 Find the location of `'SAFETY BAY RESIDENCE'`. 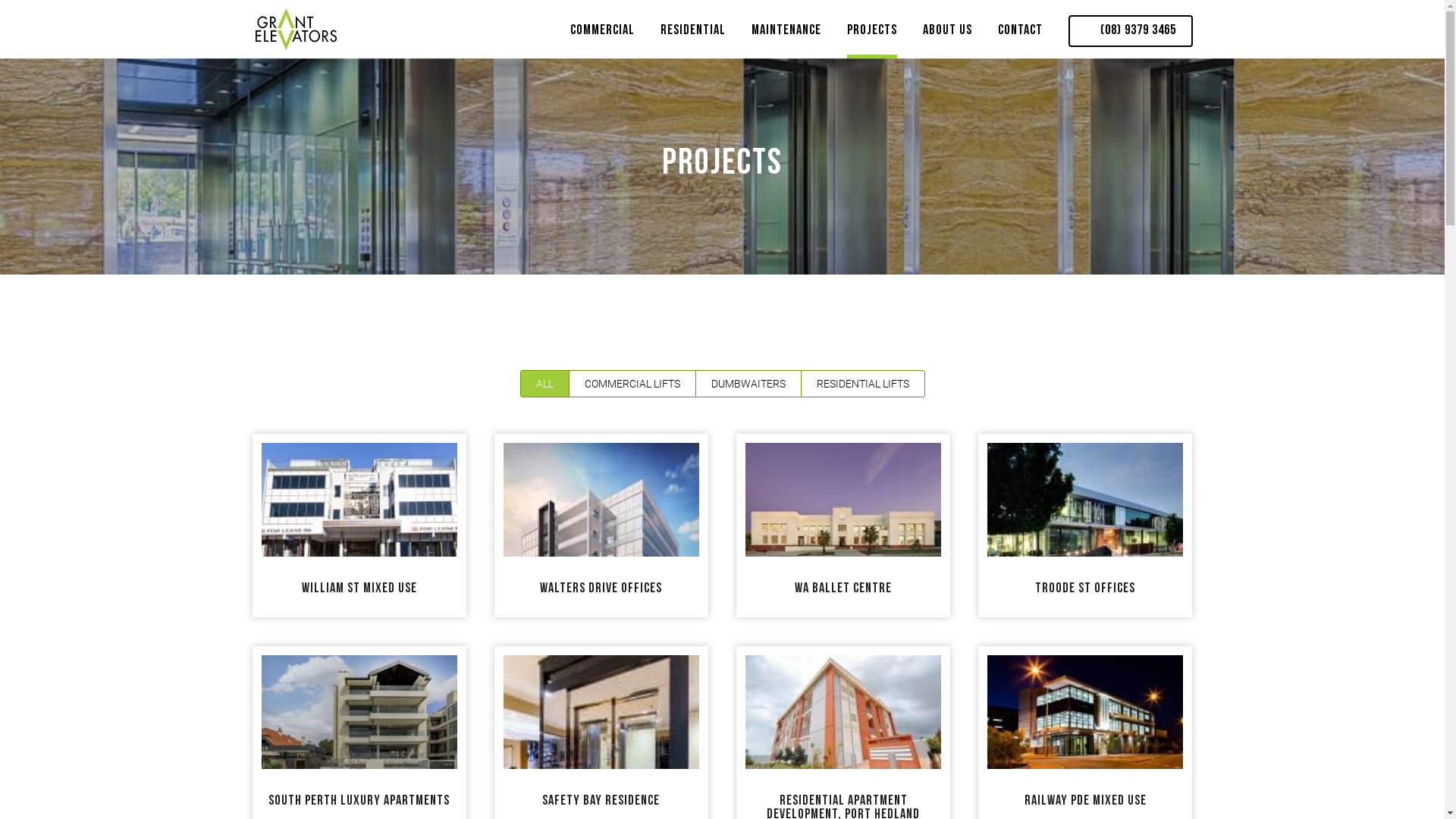

'SAFETY BAY RESIDENCE' is located at coordinates (600, 800).